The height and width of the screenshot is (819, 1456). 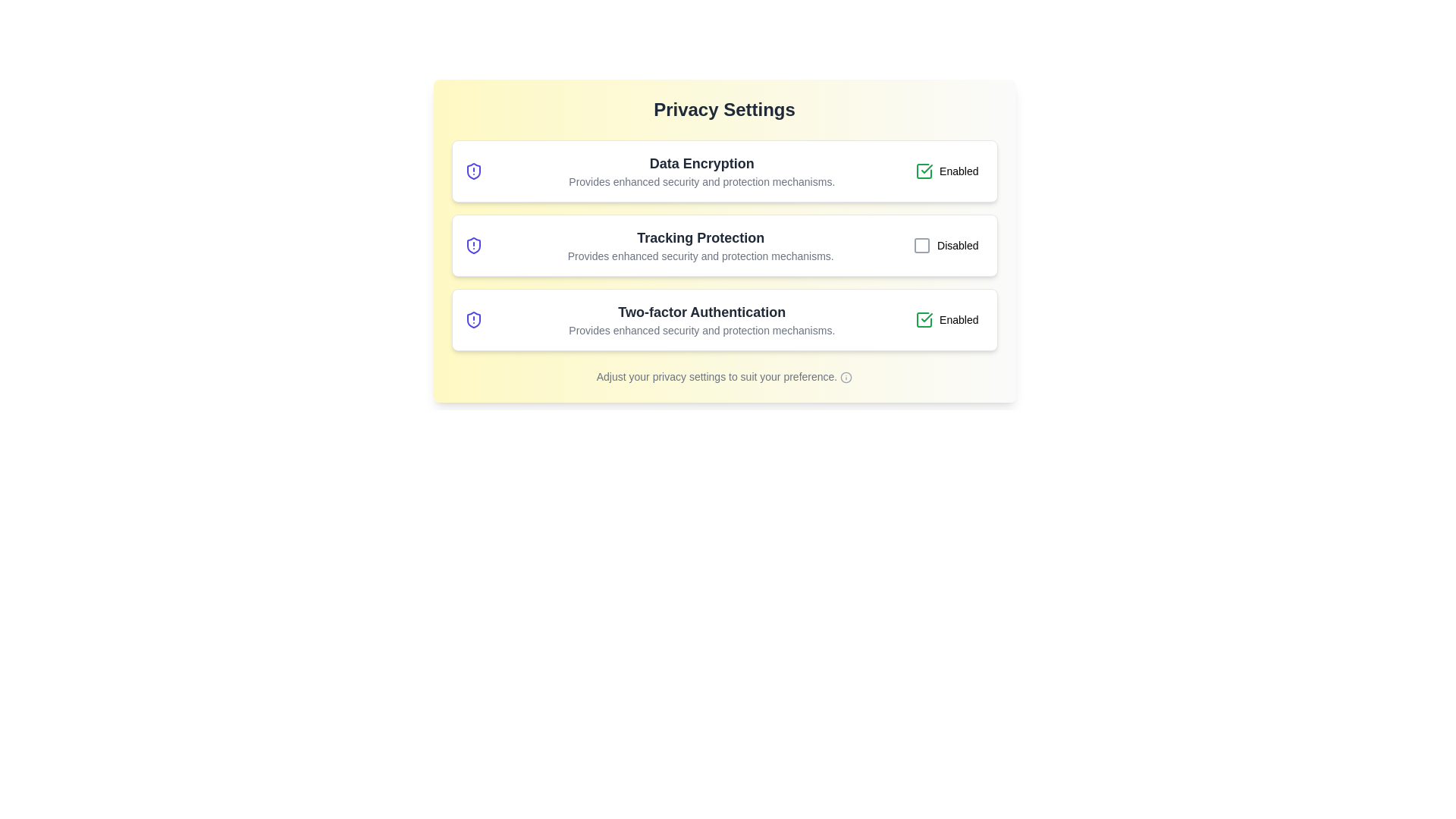 What do you see at coordinates (472, 245) in the screenshot?
I see `the tracking protection icon located to the left of the title 'Tracking Protection' in the 'Privacy Settings' section` at bounding box center [472, 245].